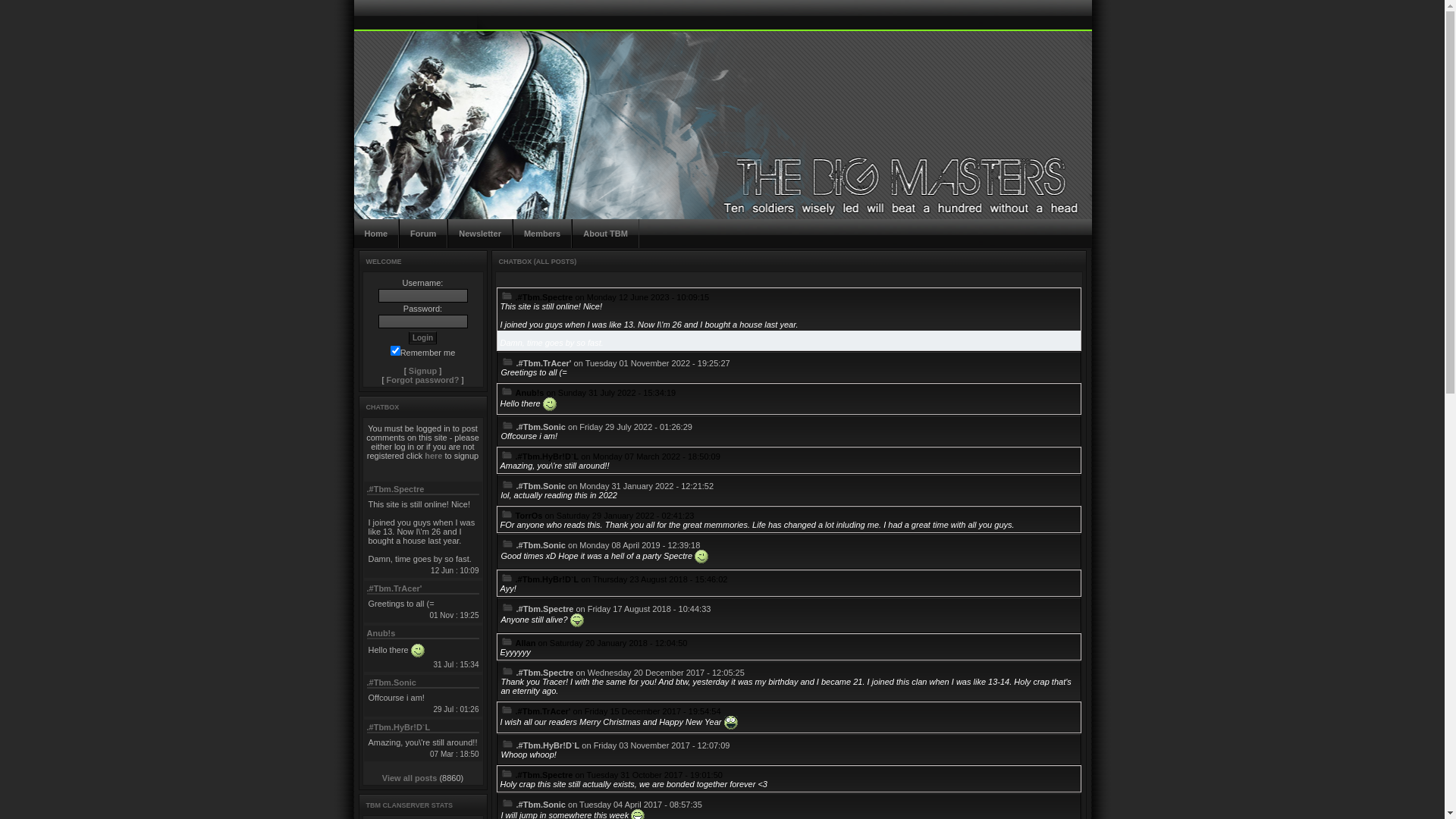  Describe the element at coordinates (479, 234) in the screenshot. I see `'Newsletter'` at that location.